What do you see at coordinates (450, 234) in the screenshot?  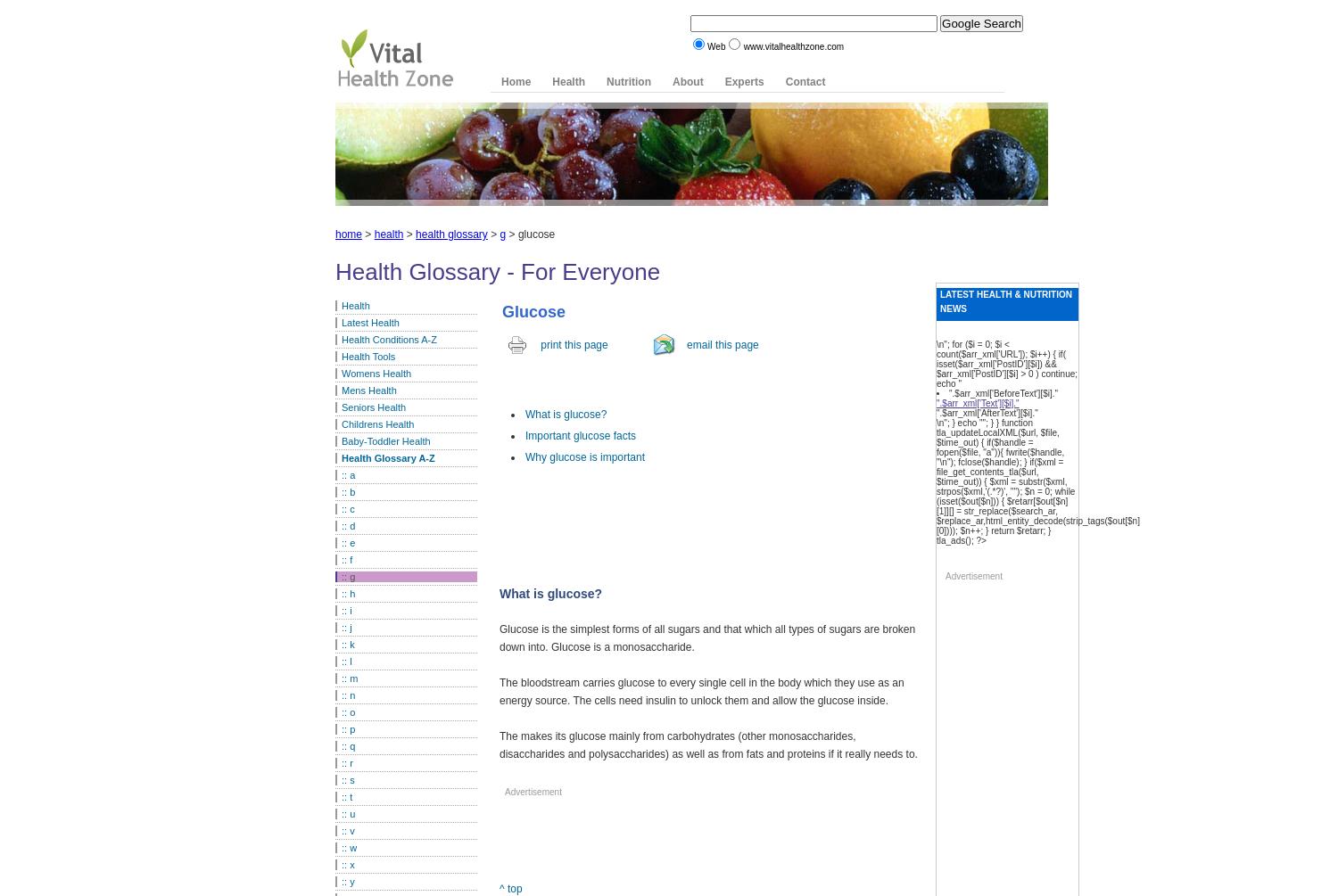 I see `'health glossary'` at bounding box center [450, 234].